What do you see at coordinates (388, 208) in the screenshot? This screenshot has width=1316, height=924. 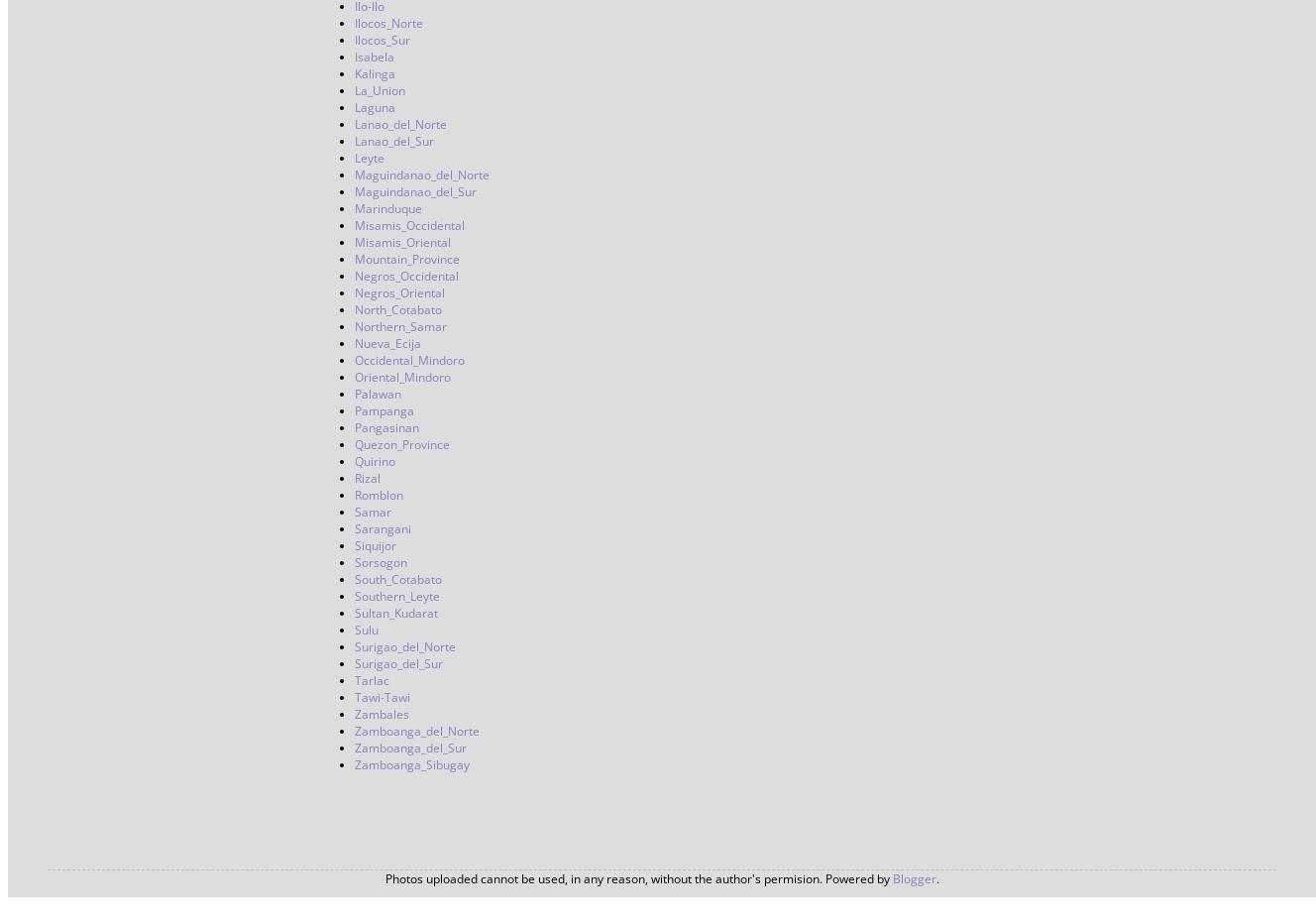 I see `'Marinduque'` at bounding box center [388, 208].